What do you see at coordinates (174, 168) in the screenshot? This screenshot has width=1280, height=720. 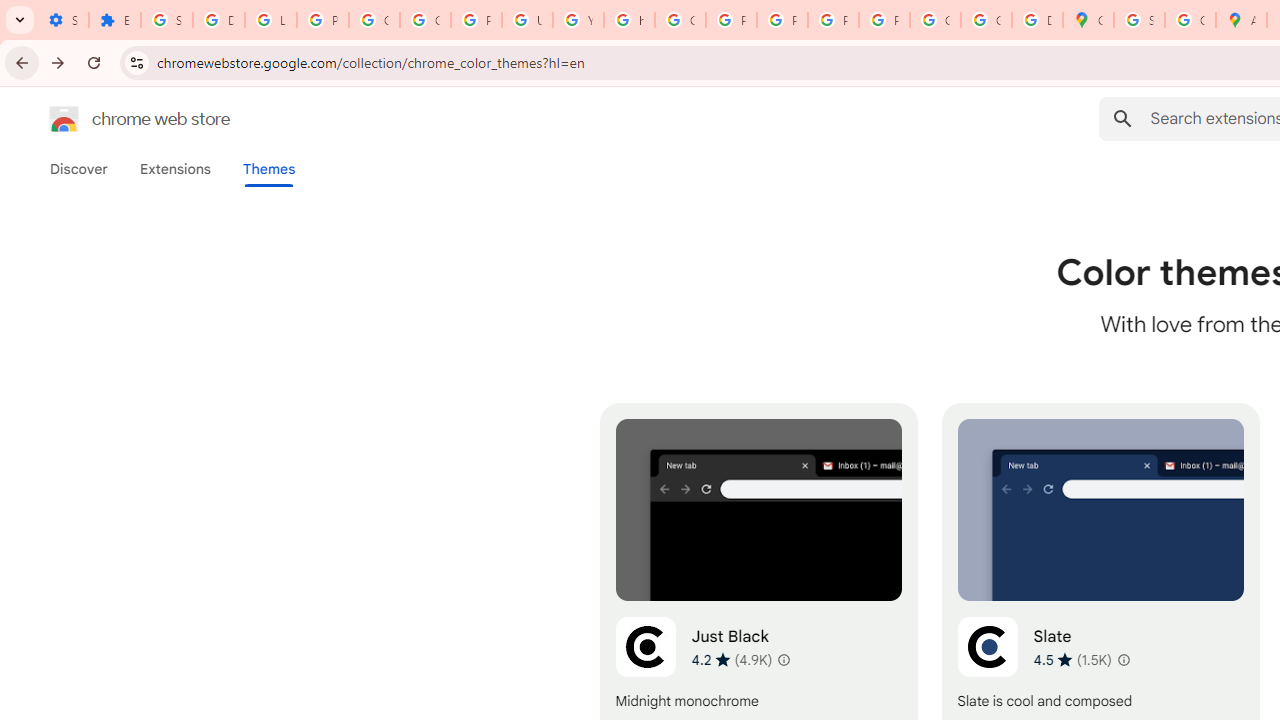 I see `'Extensions'` at bounding box center [174, 168].